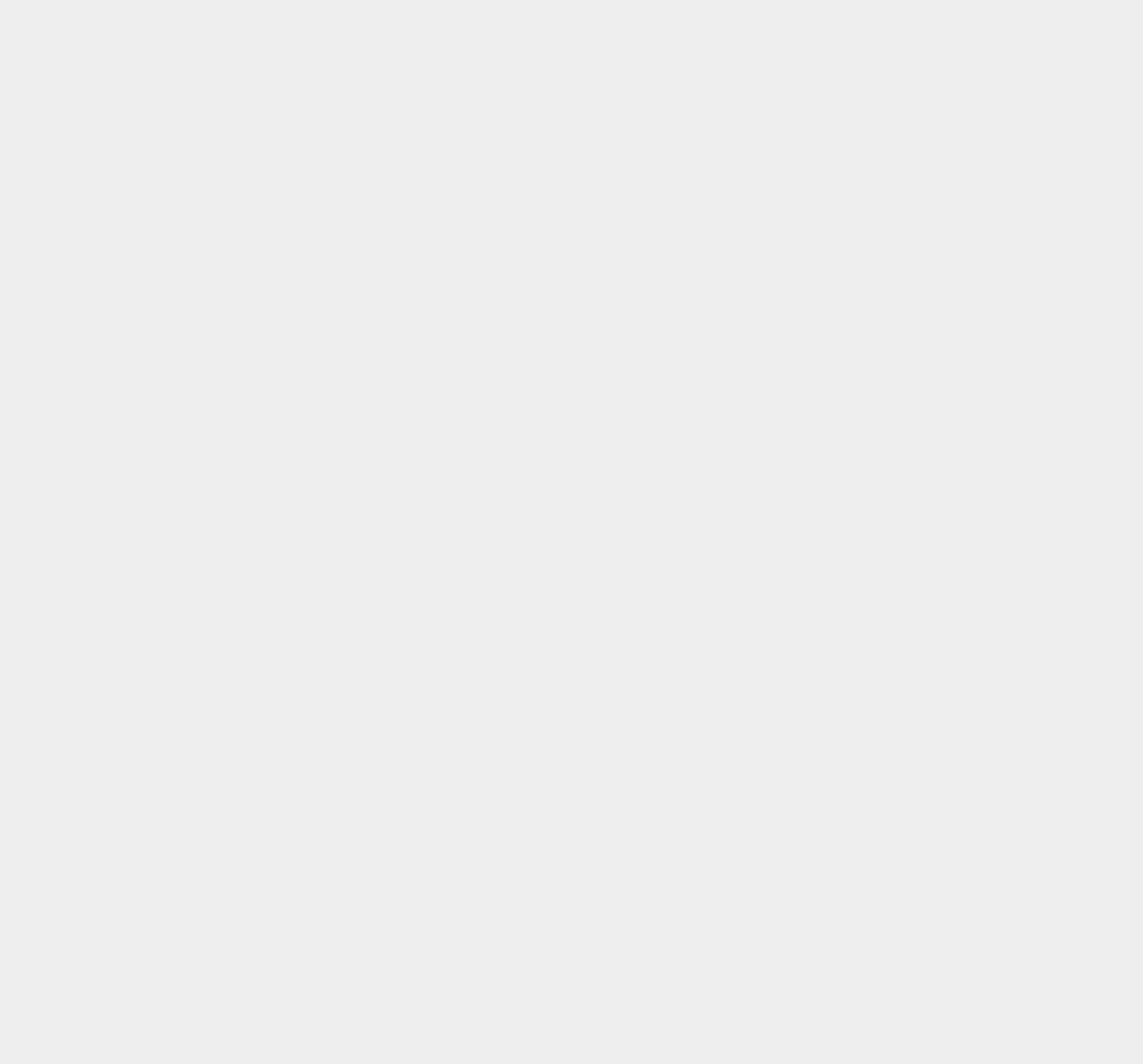  What do you see at coordinates (833, 935) in the screenshot?
I see `'Symbian'` at bounding box center [833, 935].